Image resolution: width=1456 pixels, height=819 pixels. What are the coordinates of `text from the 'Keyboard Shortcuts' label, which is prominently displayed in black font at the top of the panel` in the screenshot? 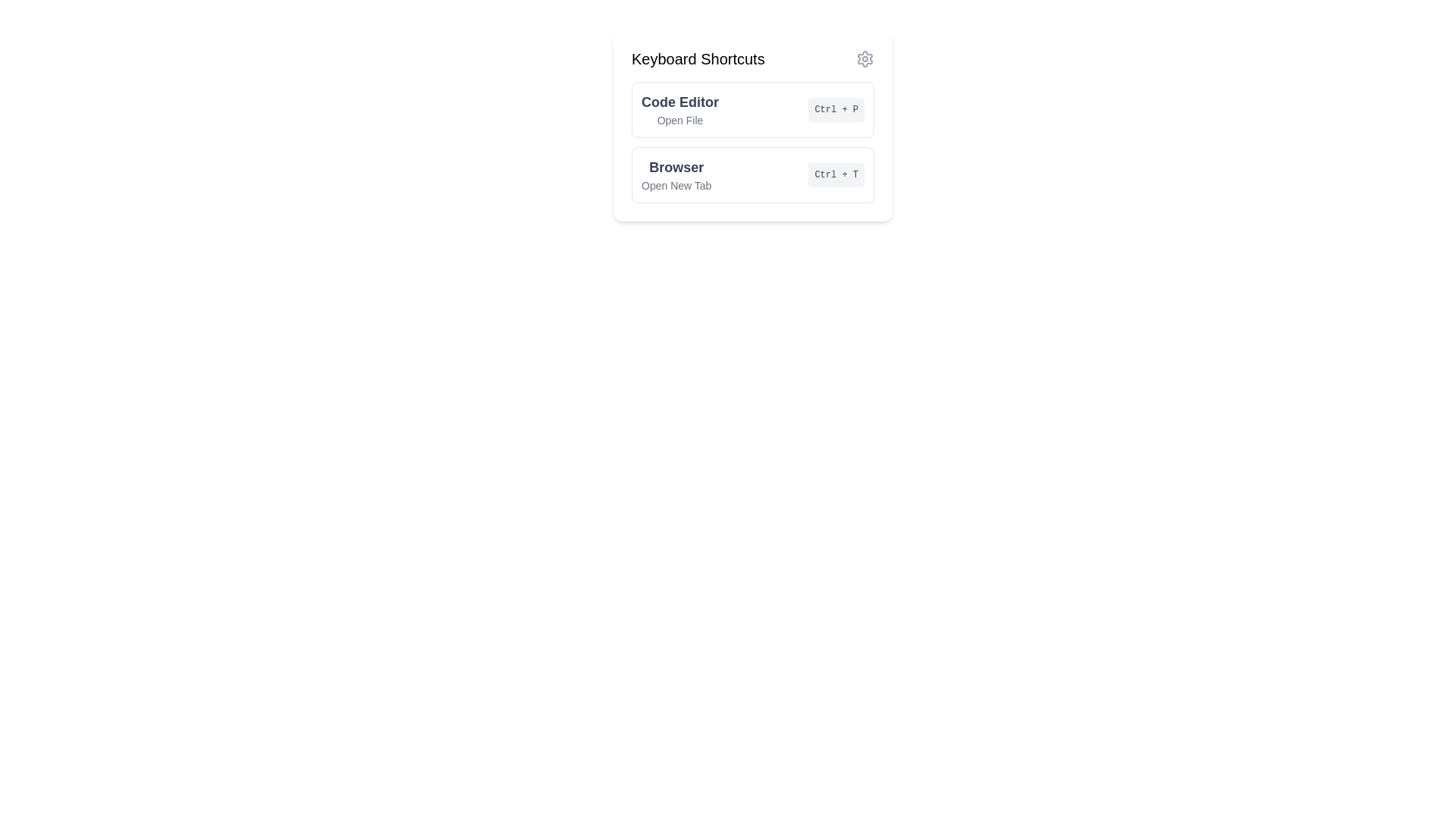 It's located at (697, 58).